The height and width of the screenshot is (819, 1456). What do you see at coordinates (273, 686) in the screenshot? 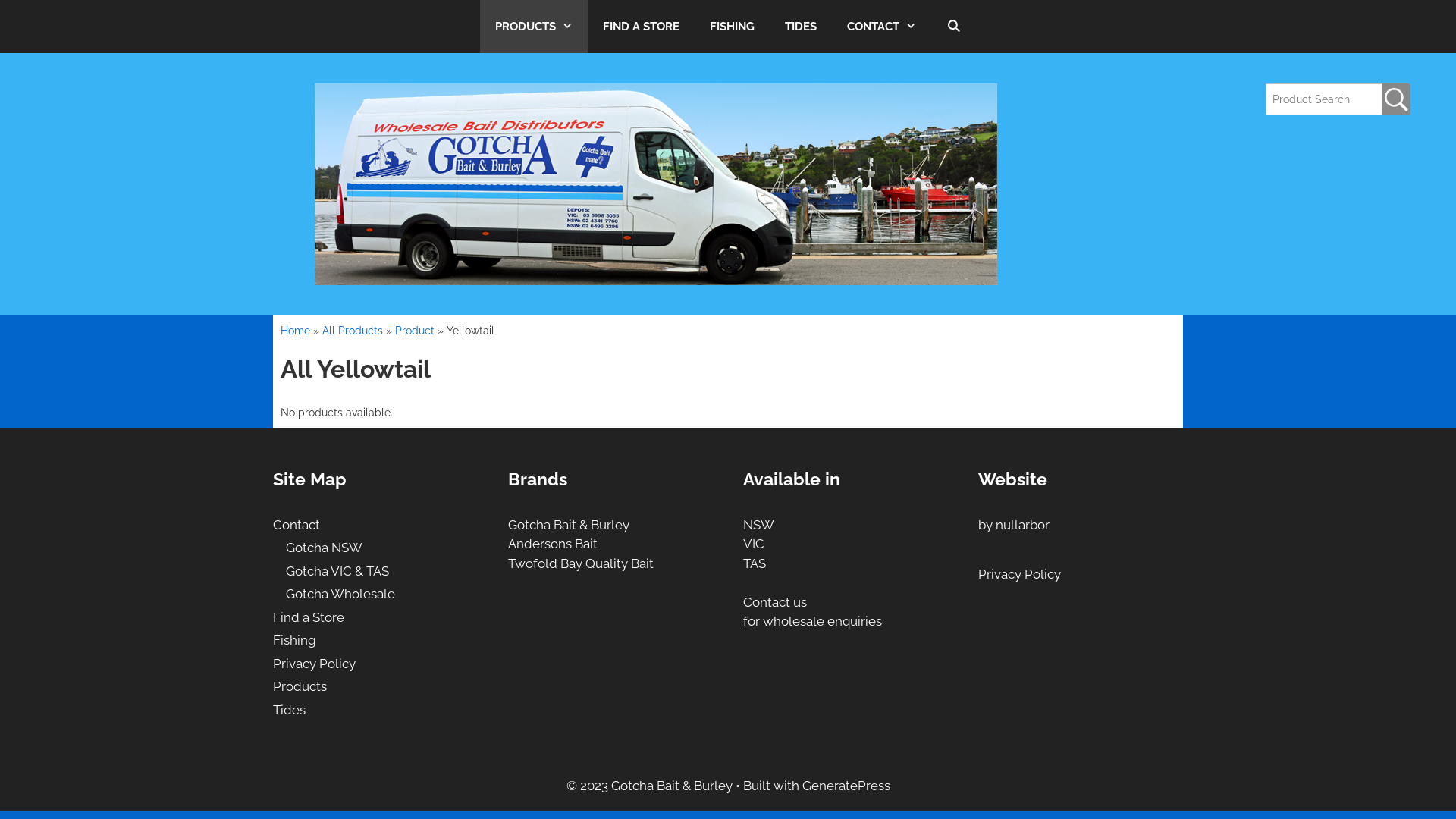
I see `'Products'` at bounding box center [273, 686].